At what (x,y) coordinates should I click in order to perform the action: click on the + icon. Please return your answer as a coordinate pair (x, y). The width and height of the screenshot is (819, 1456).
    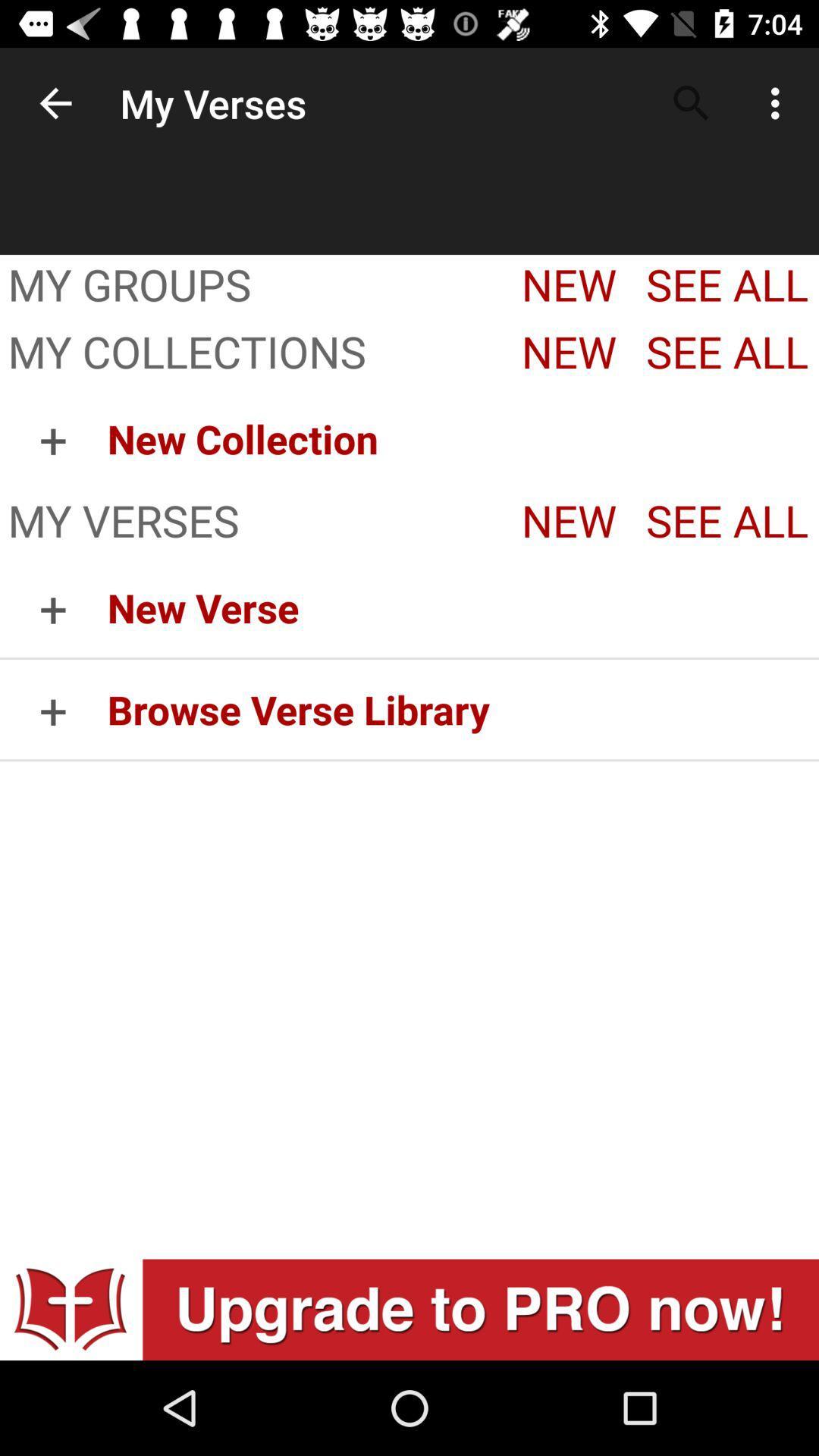
    Looking at the image, I should click on (52, 708).